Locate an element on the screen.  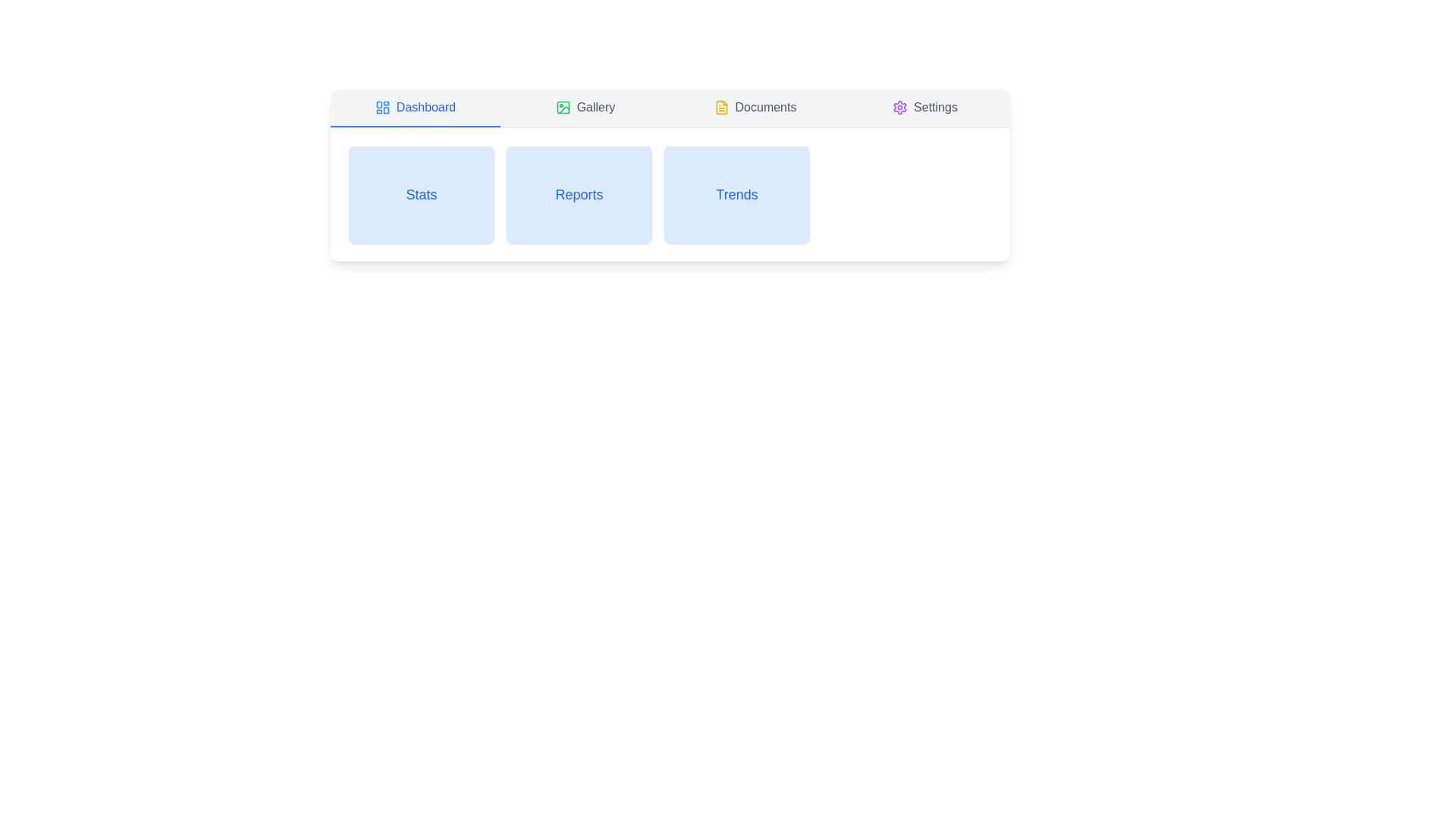
the settings icon located in the top-right navigation bar, to the left of the 'Settings' text label is located at coordinates (900, 107).